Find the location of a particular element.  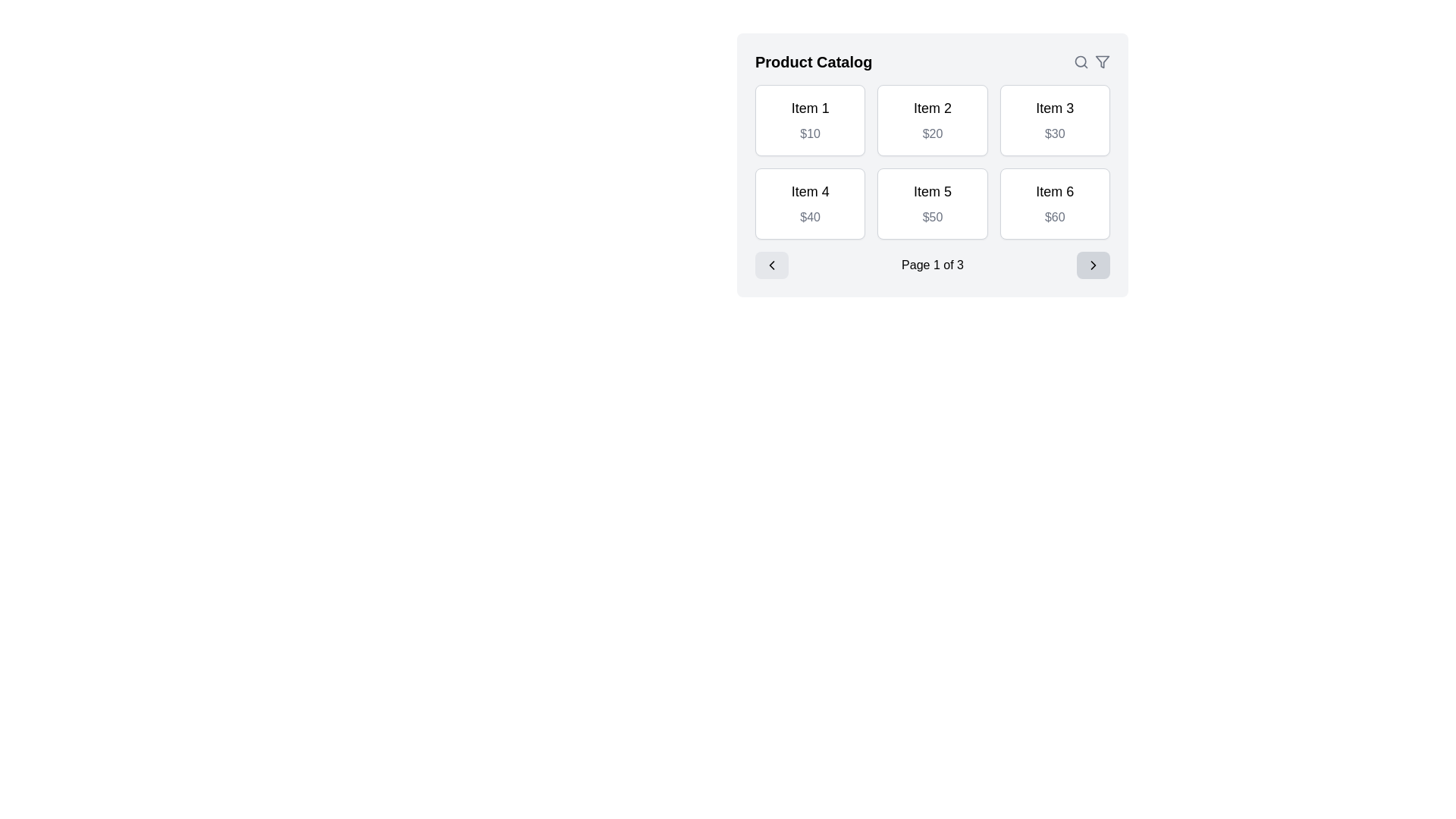

the gray button with rounded corners and a left-pointing chevron icon located at the bottom-left corner of the pagination area is located at coordinates (771, 265).